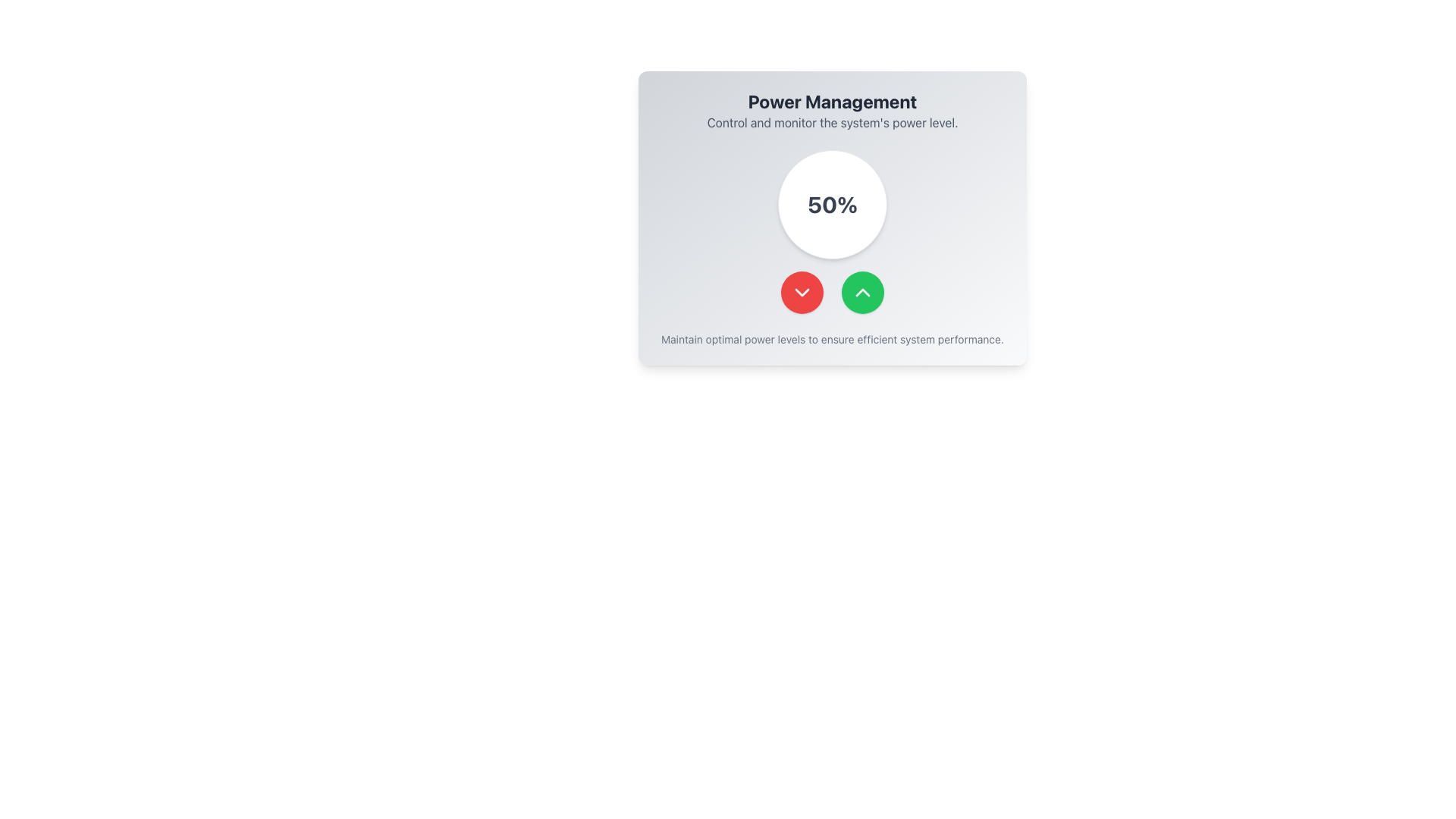 This screenshot has width=1456, height=819. What do you see at coordinates (801, 292) in the screenshot?
I see `the decrement button for adjusting the power level, located at the bottom section of the power control card interface` at bounding box center [801, 292].